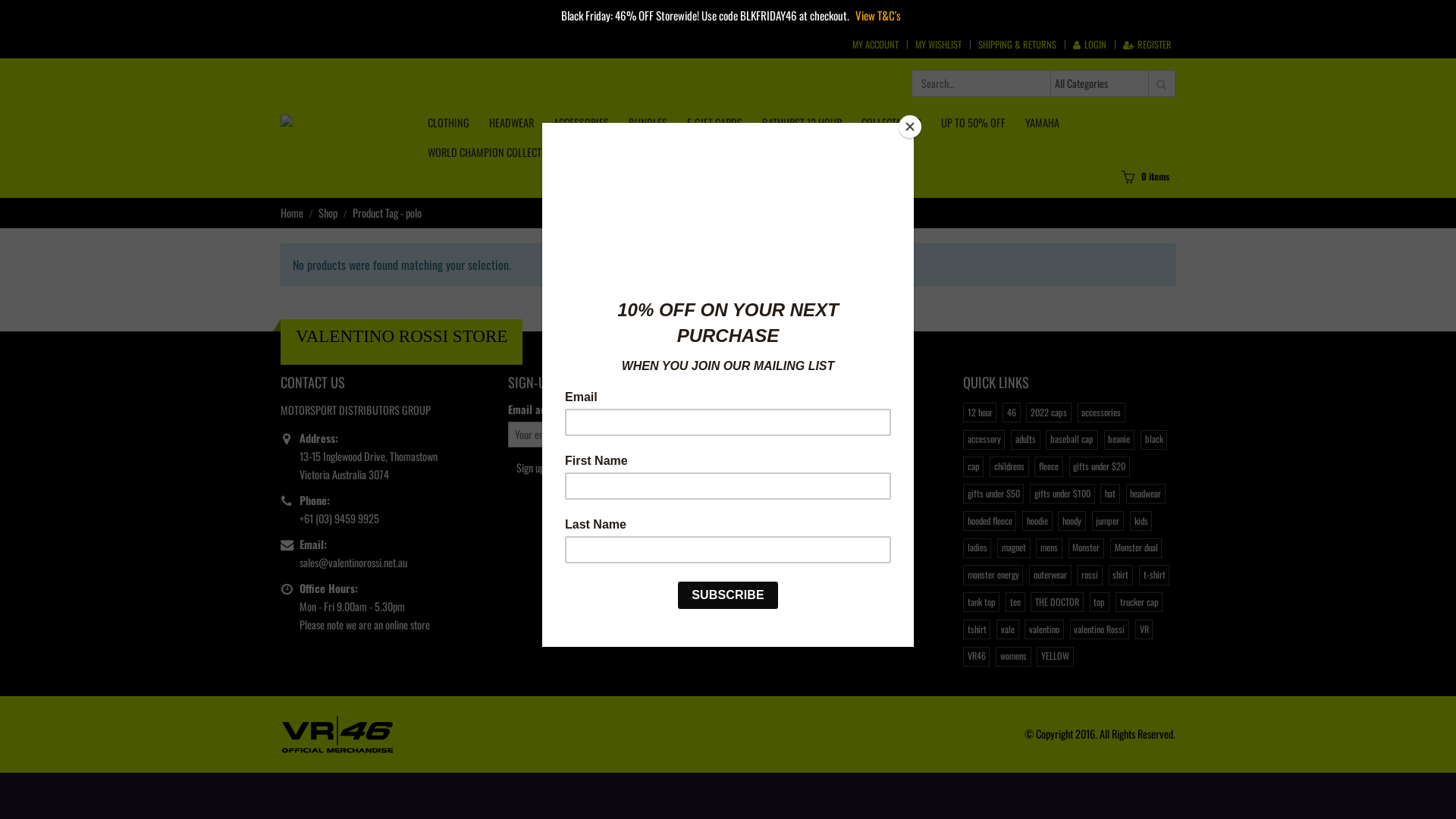 This screenshot has height=819, width=1456. What do you see at coordinates (1160, 83) in the screenshot?
I see `'Search'` at bounding box center [1160, 83].